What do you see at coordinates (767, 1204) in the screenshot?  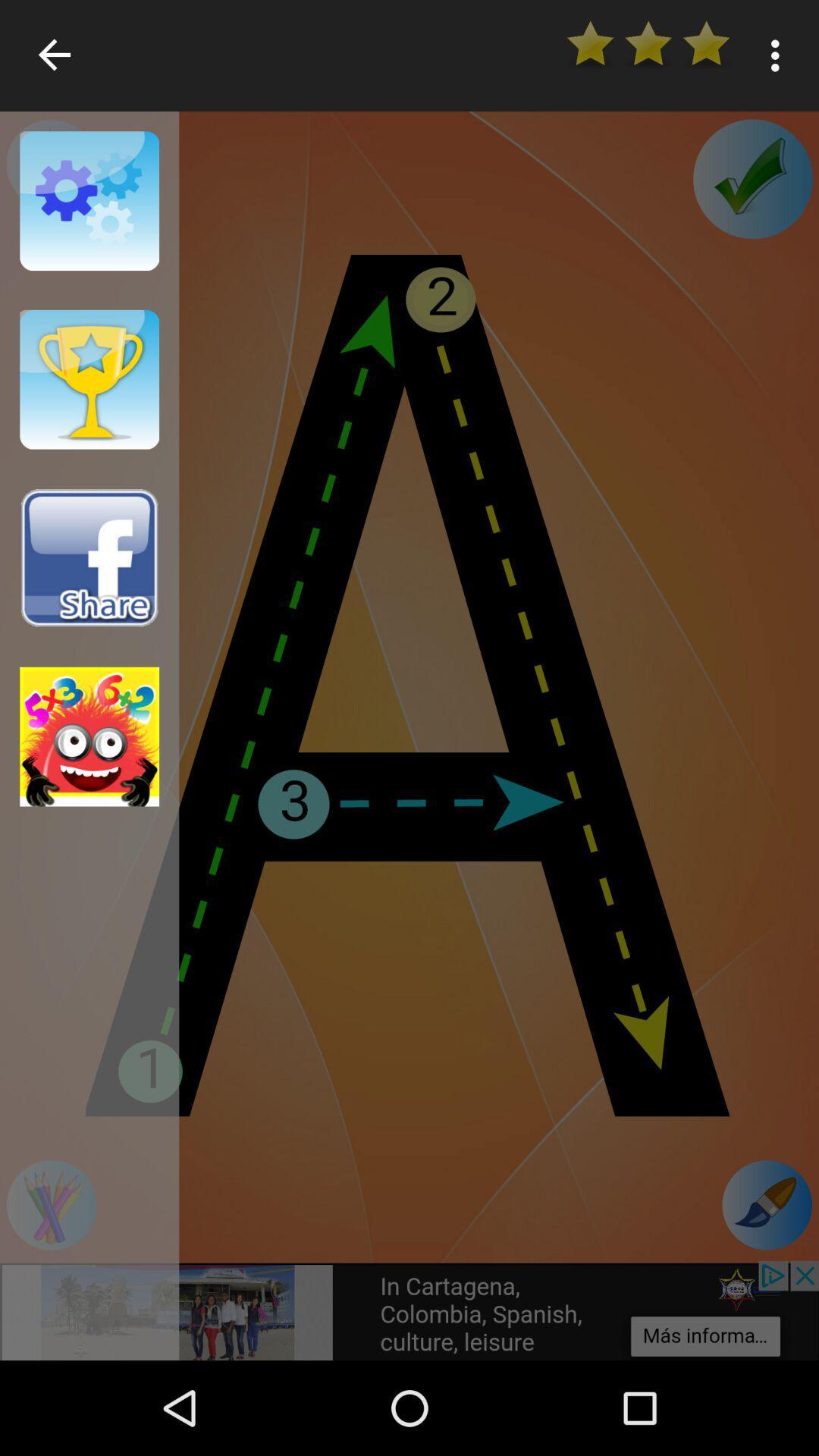 I see `the edit icon` at bounding box center [767, 1204].